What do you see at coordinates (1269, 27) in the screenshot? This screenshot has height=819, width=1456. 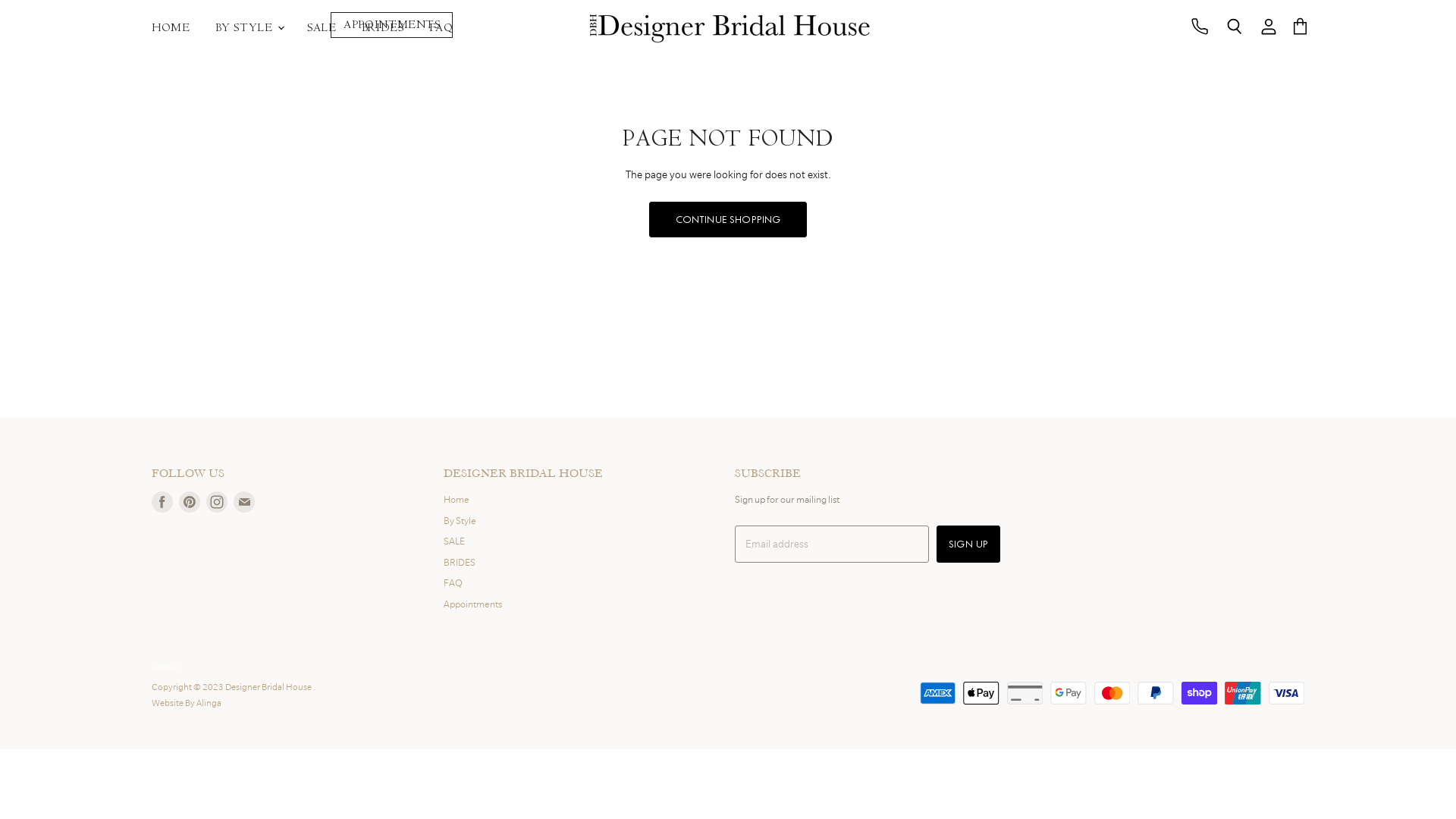 I see `'View account'` at bounding box center [1269, 27].